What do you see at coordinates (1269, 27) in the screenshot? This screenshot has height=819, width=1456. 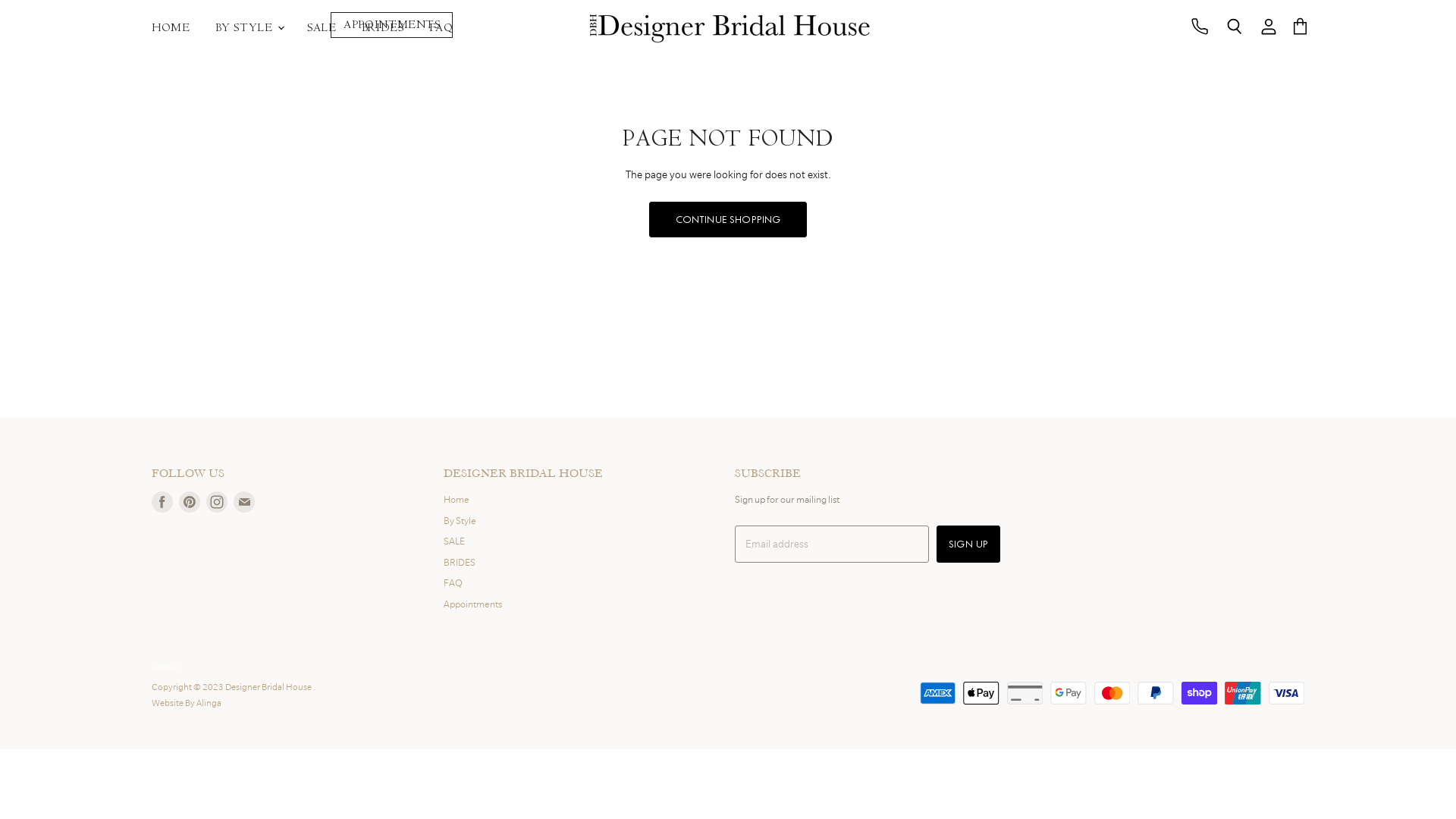 I see `'View account'` at bounding box center [1269, 27].